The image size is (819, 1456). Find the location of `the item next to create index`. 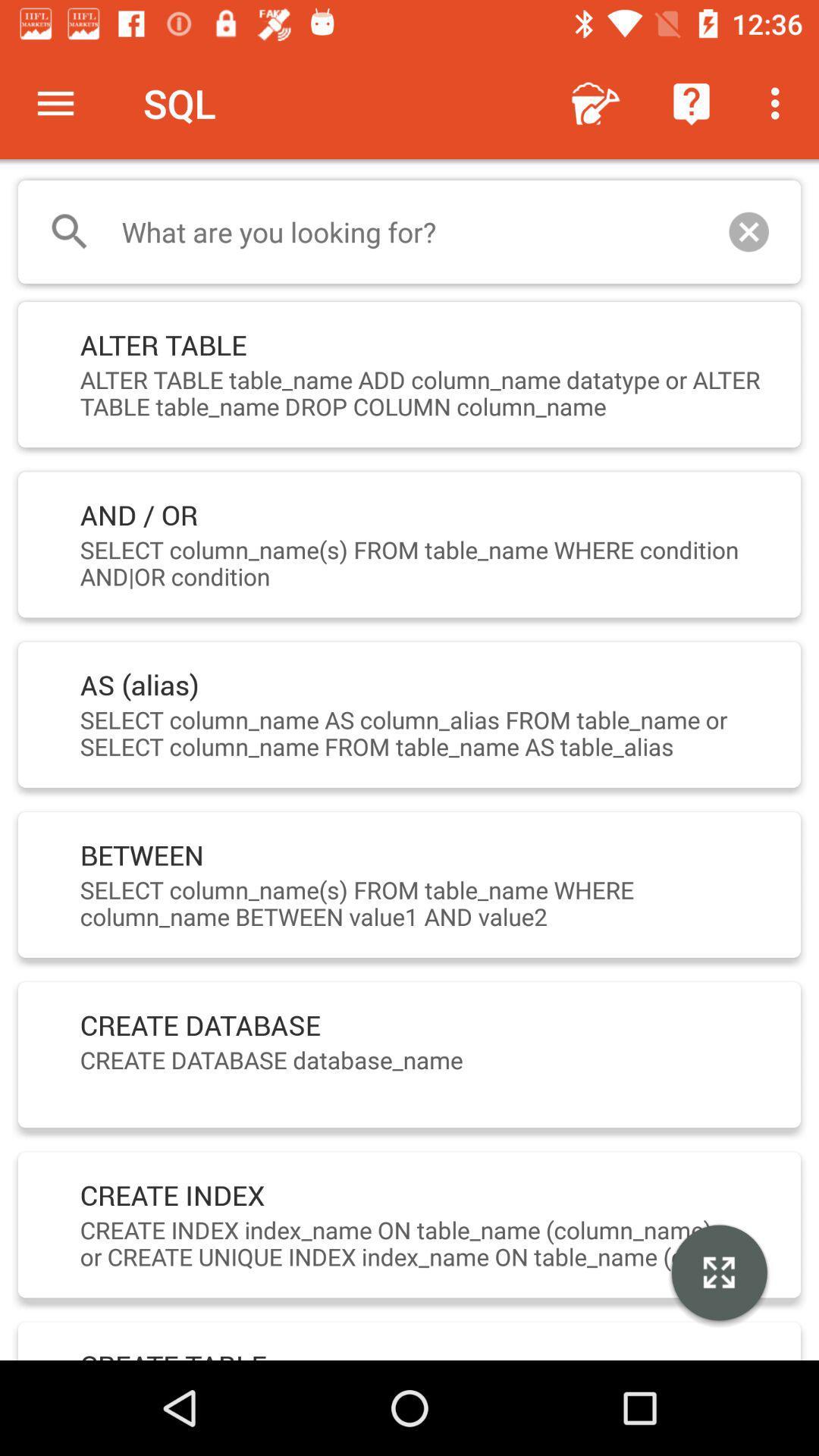

the item next to create index is located at coordinates (718, 1274).